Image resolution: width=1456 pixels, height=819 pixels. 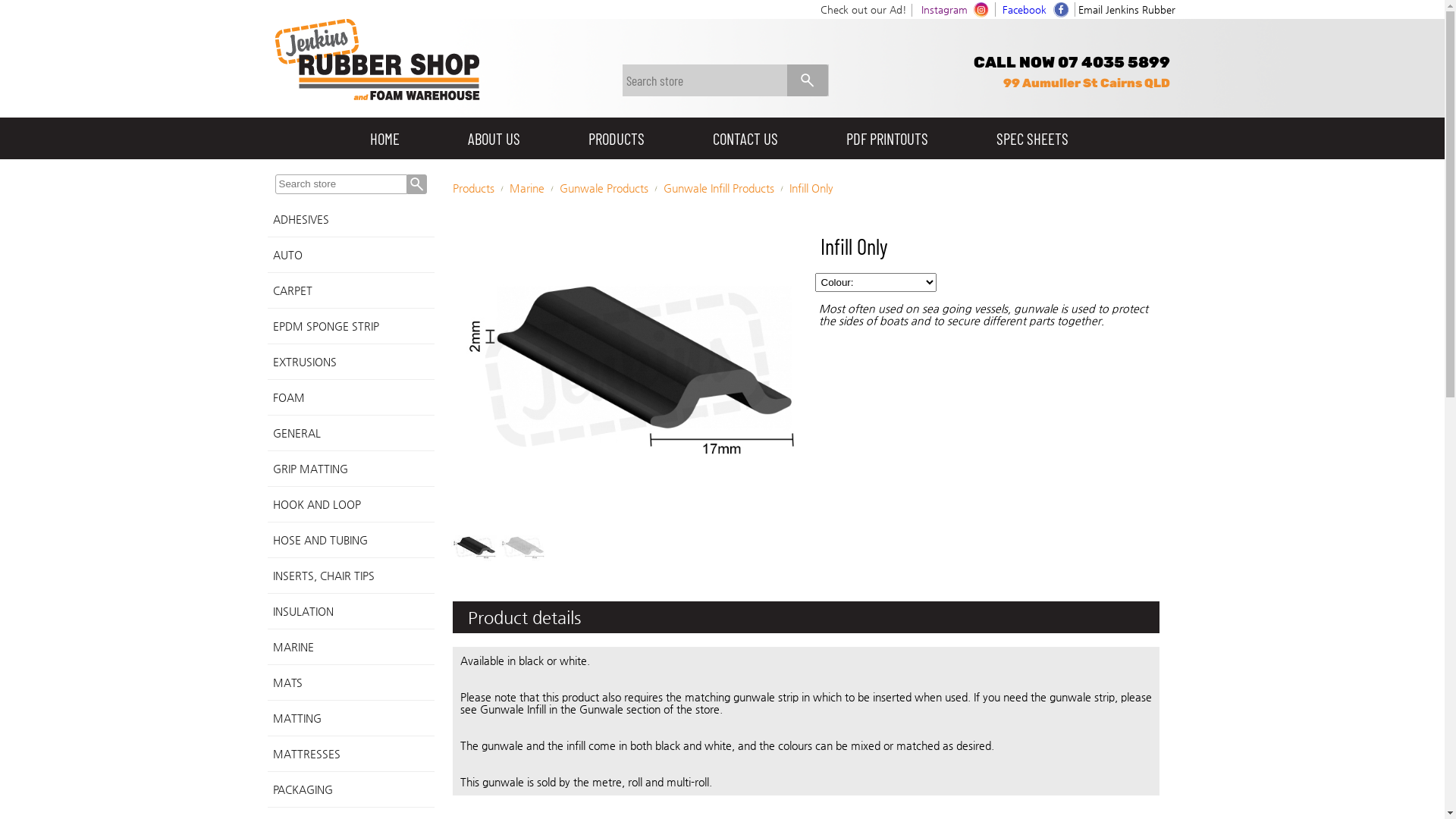 I want to click on 'MARINE', so click(x=349, y=647).